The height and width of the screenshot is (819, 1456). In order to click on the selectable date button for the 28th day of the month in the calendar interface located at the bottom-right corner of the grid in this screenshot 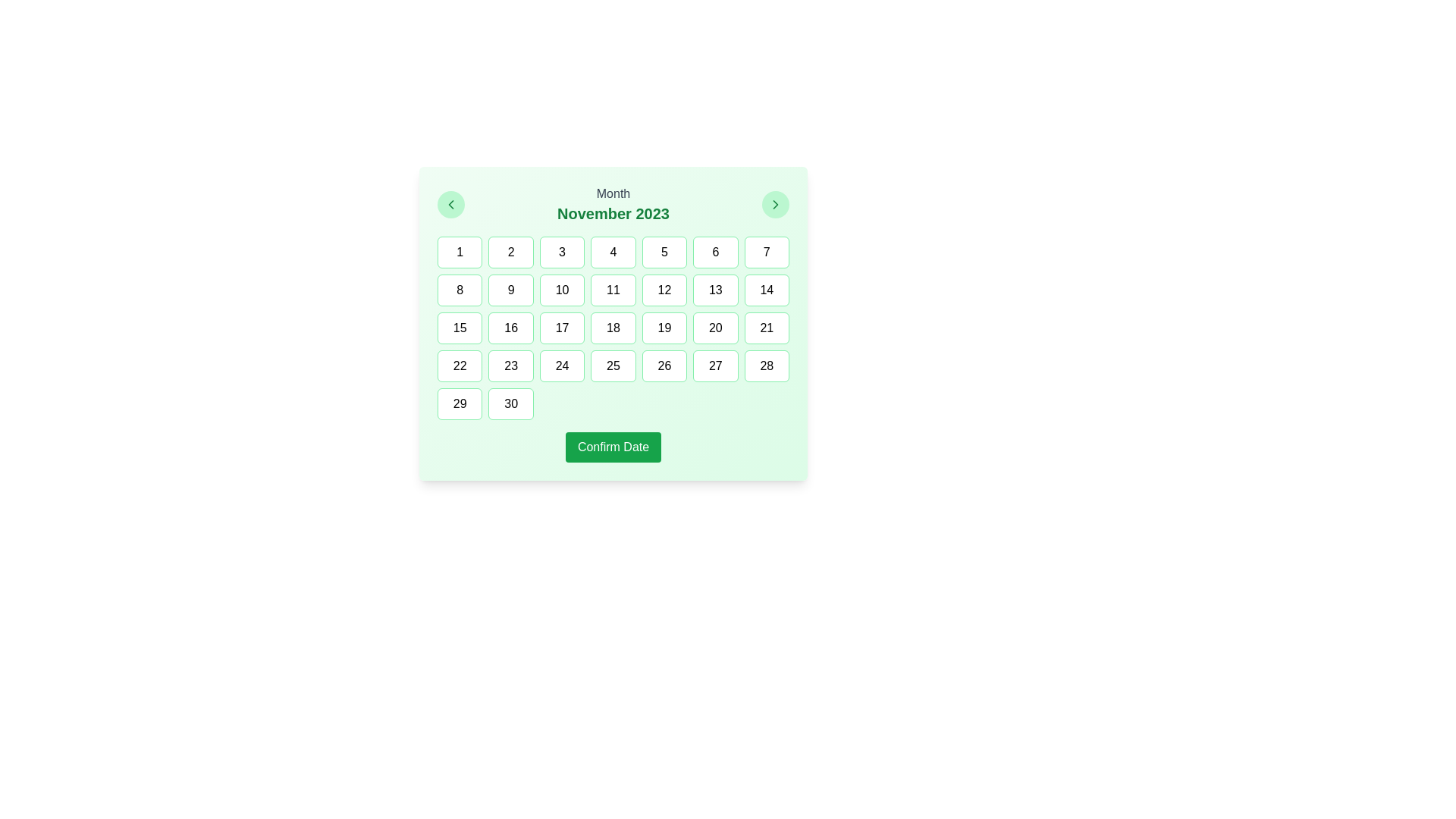, I will do `click(767, 366)`.